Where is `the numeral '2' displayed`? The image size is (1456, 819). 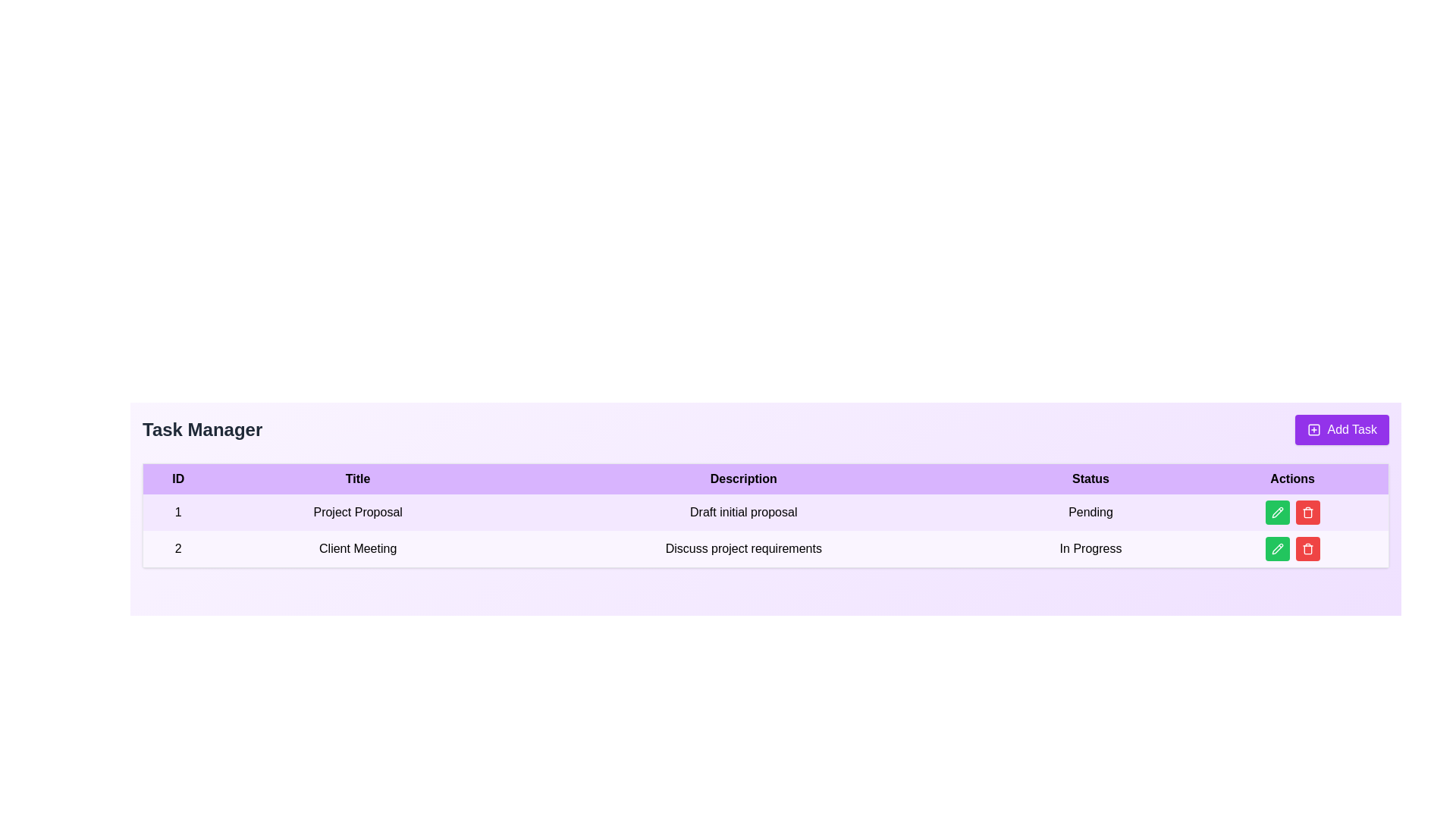
the numeral '2' displayed is located at coordinates (178, 549).